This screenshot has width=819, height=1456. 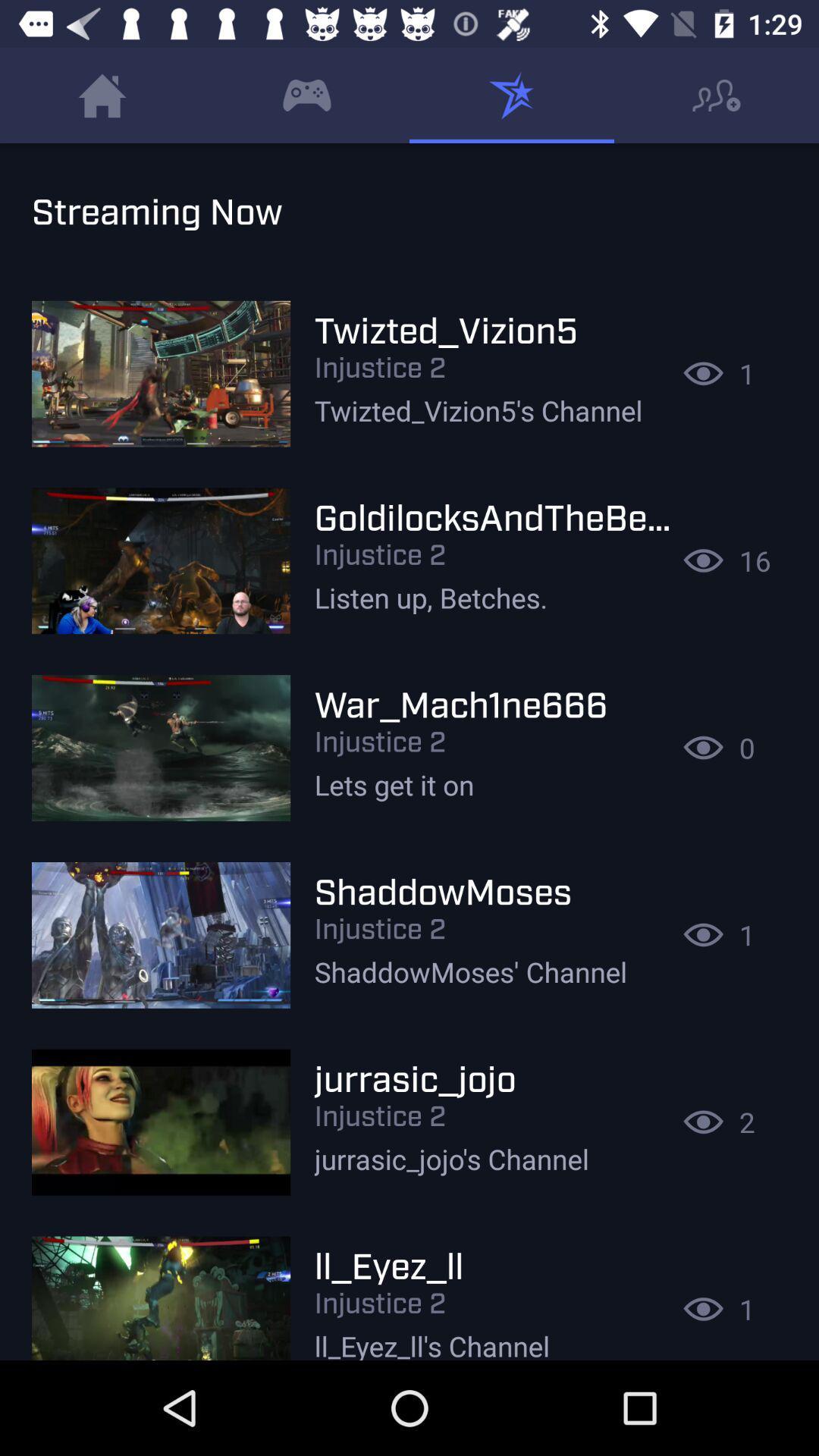 I want to click on the last image, so click(x=161, y=1289).